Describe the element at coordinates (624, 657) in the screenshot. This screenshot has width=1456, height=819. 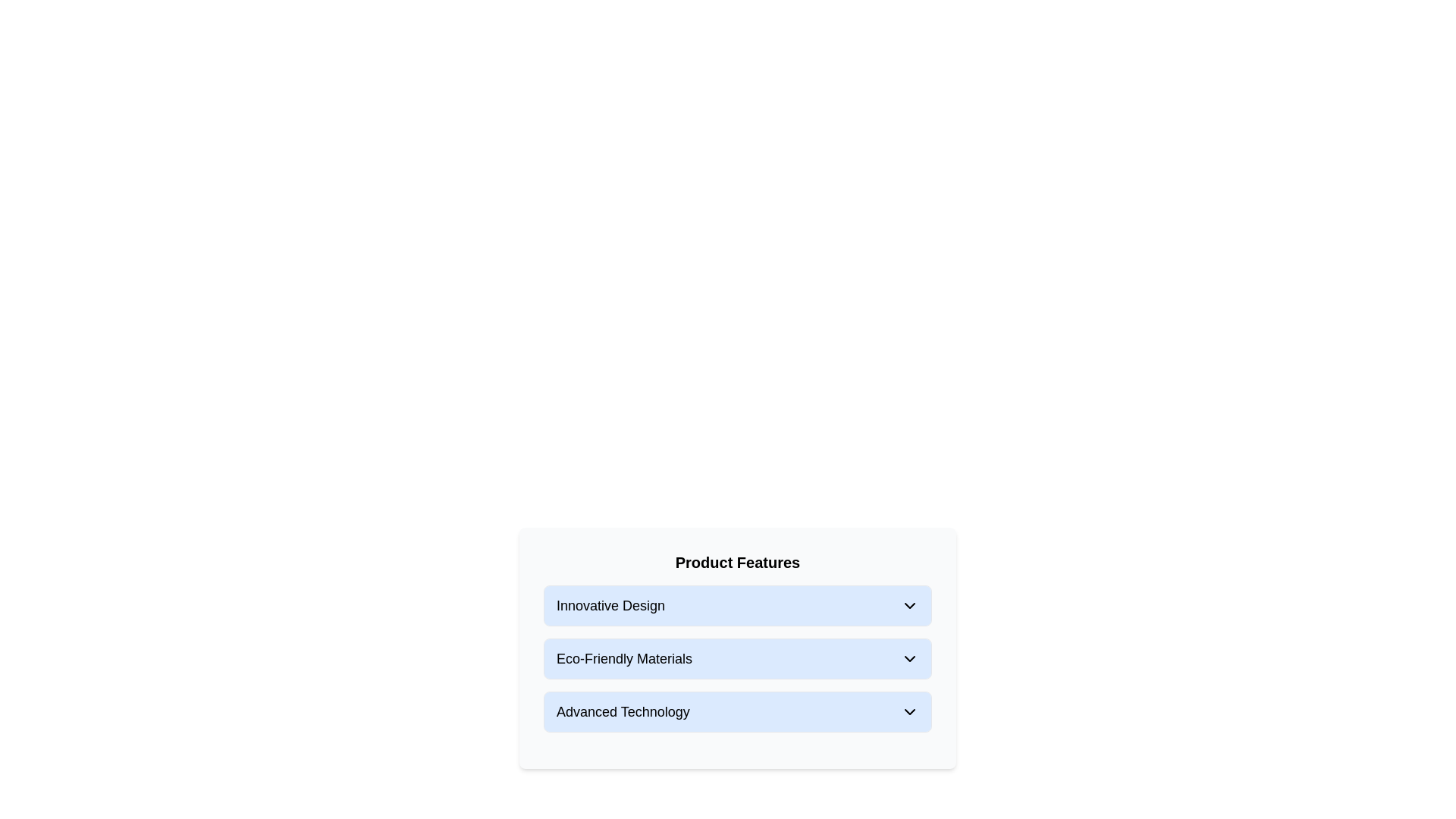
I see `the label indicating eco-friendly materials, which is positioned between 'Innovative Design' and 'Advanced Technology' in the interface` at that location.